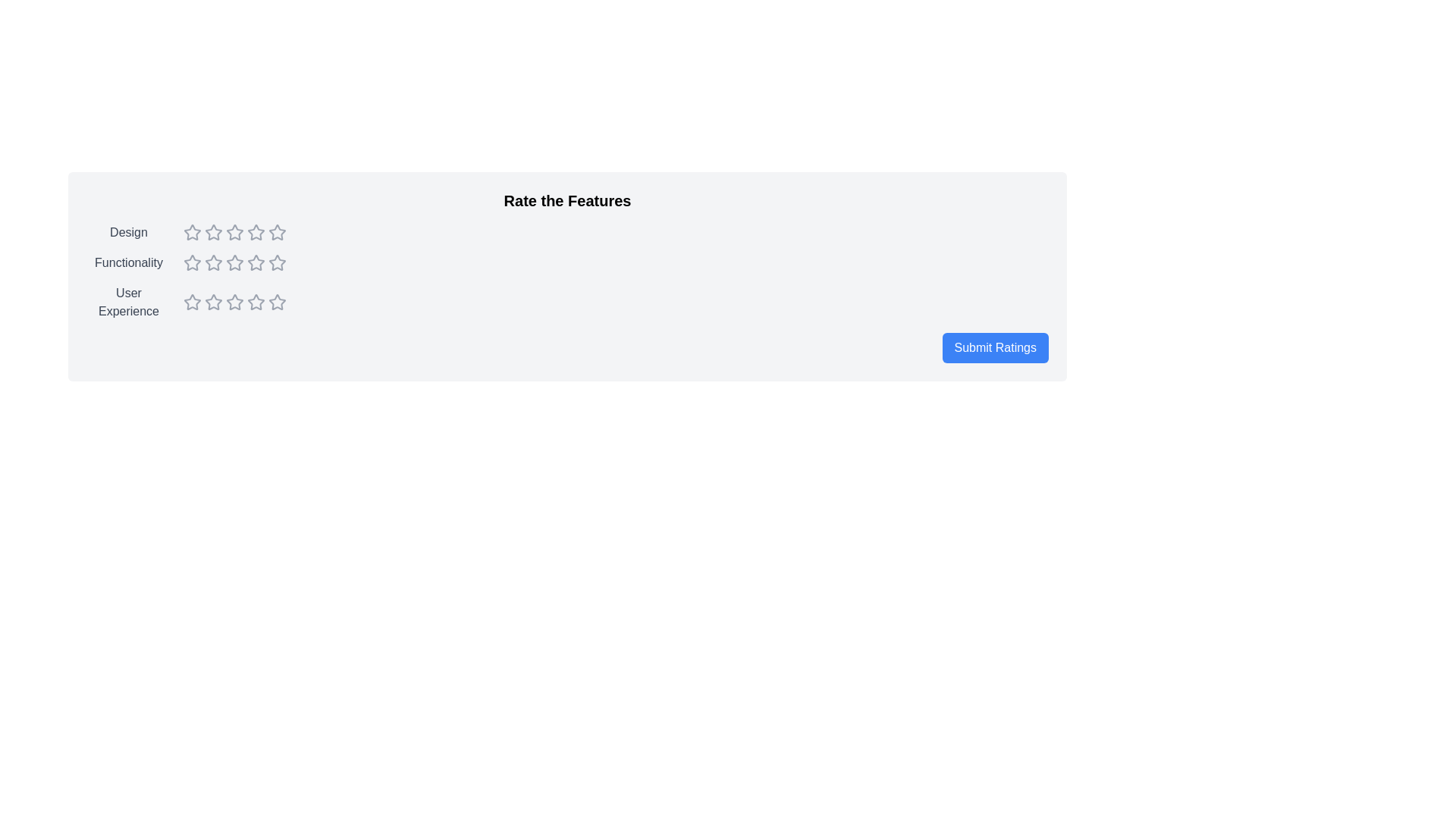 This screenshot has width=1456, height=819. What do you see at coordinates (234, 232) in the screenshot?
I see `the second star icon for rating under the 'Design' label` at bounding box center [234, 232].